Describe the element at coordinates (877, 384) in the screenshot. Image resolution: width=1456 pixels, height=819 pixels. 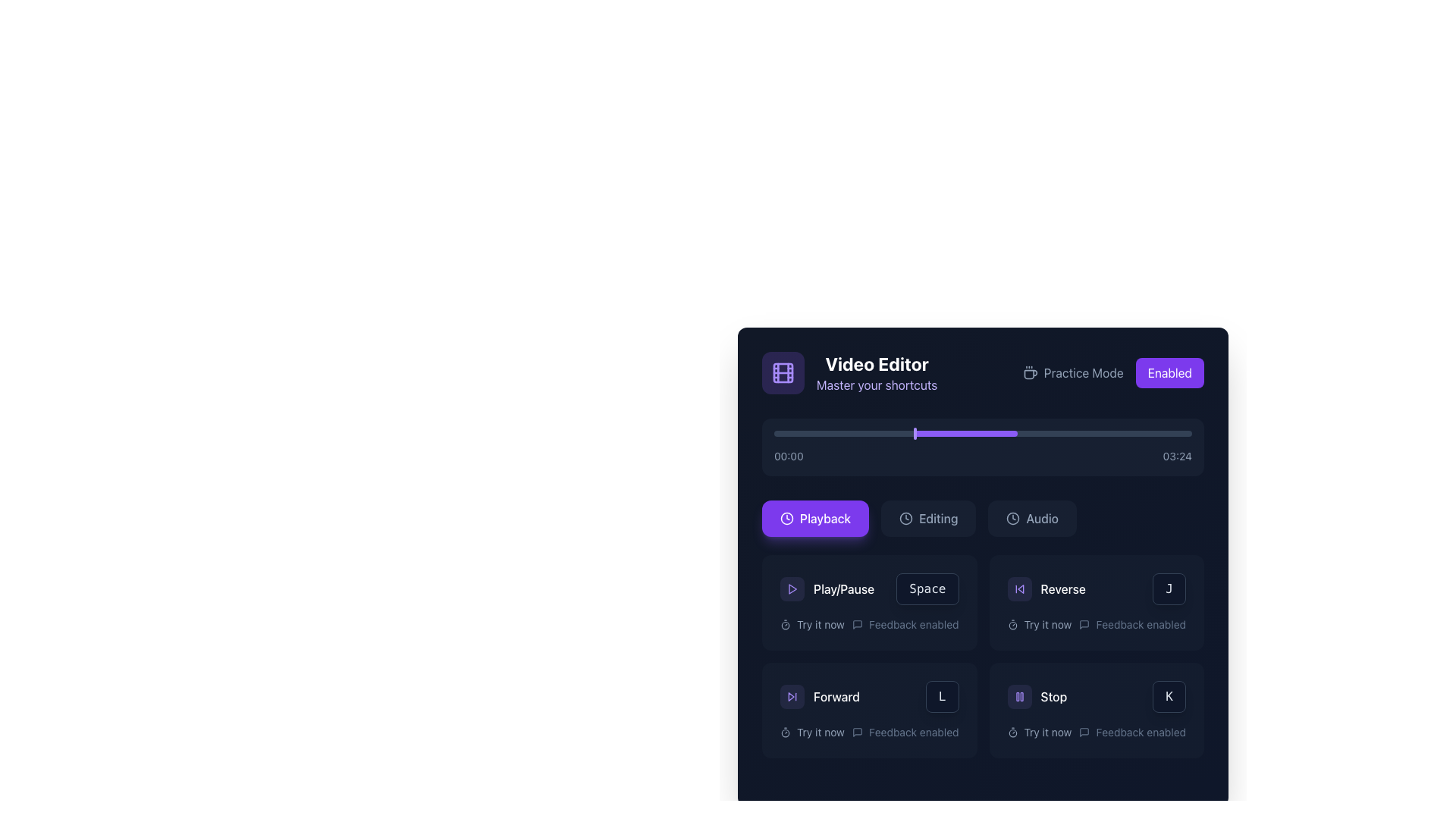
I see `the text label displaying 'Master your shortcuts' in violet color, positioned below the 'Video Editor' heading` at that location.